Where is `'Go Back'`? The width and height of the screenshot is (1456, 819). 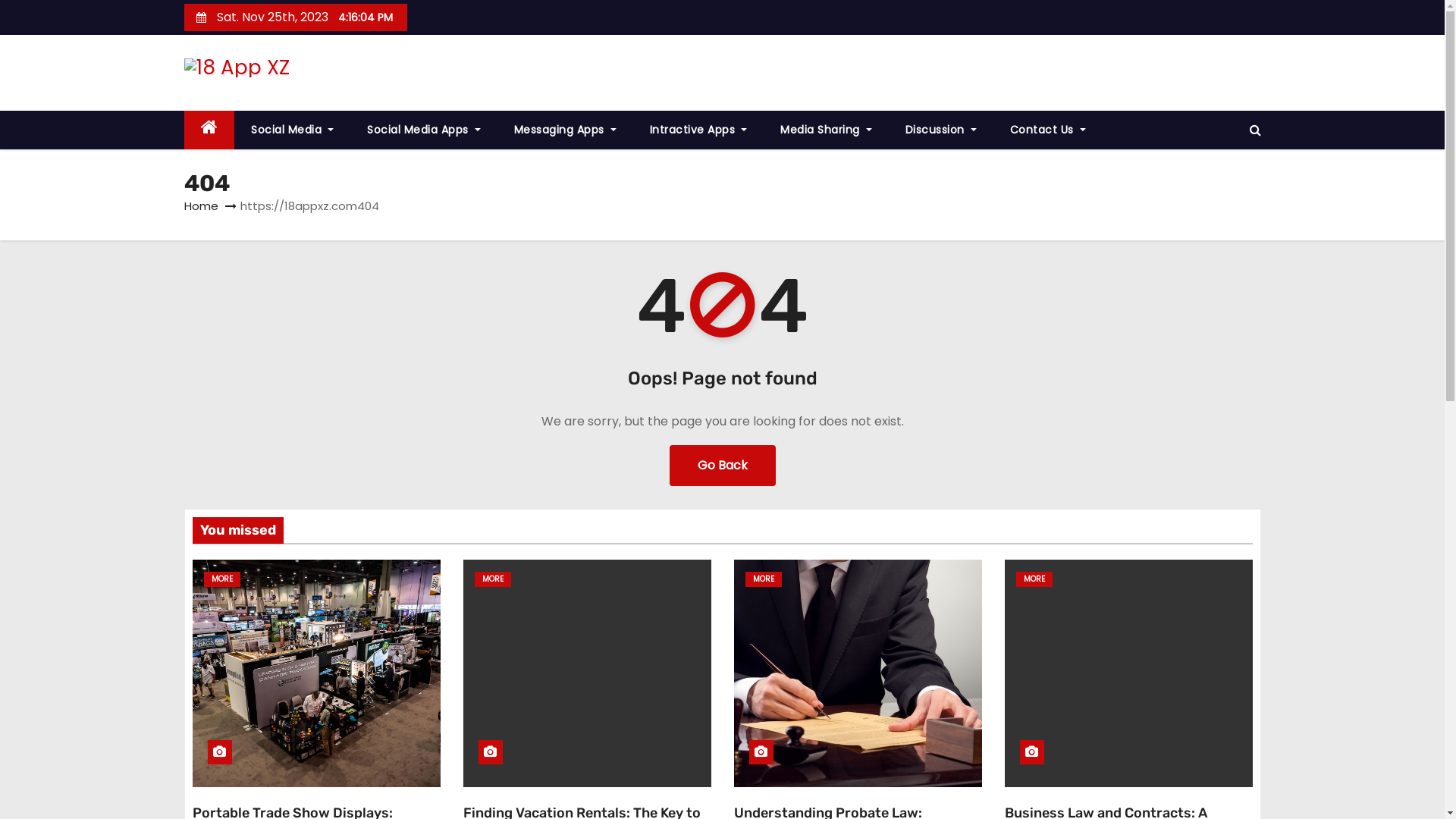 'Go Back' is located at coordinates (720, 464).